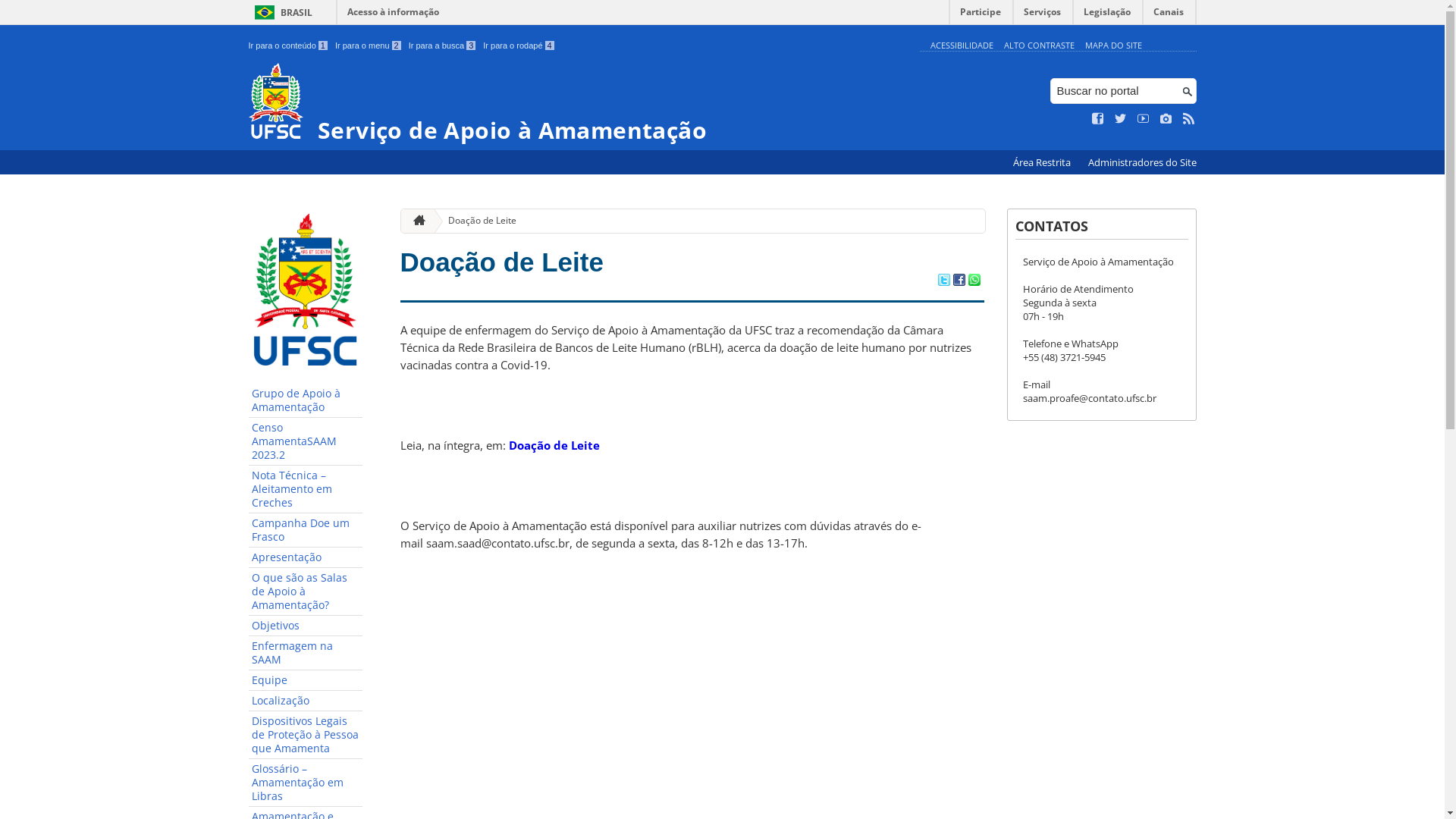  What do you see at coordinates (960, 44) in the screenshot?
I see `'ACESSIBILIDADE'` at bounding box center [960, 44].